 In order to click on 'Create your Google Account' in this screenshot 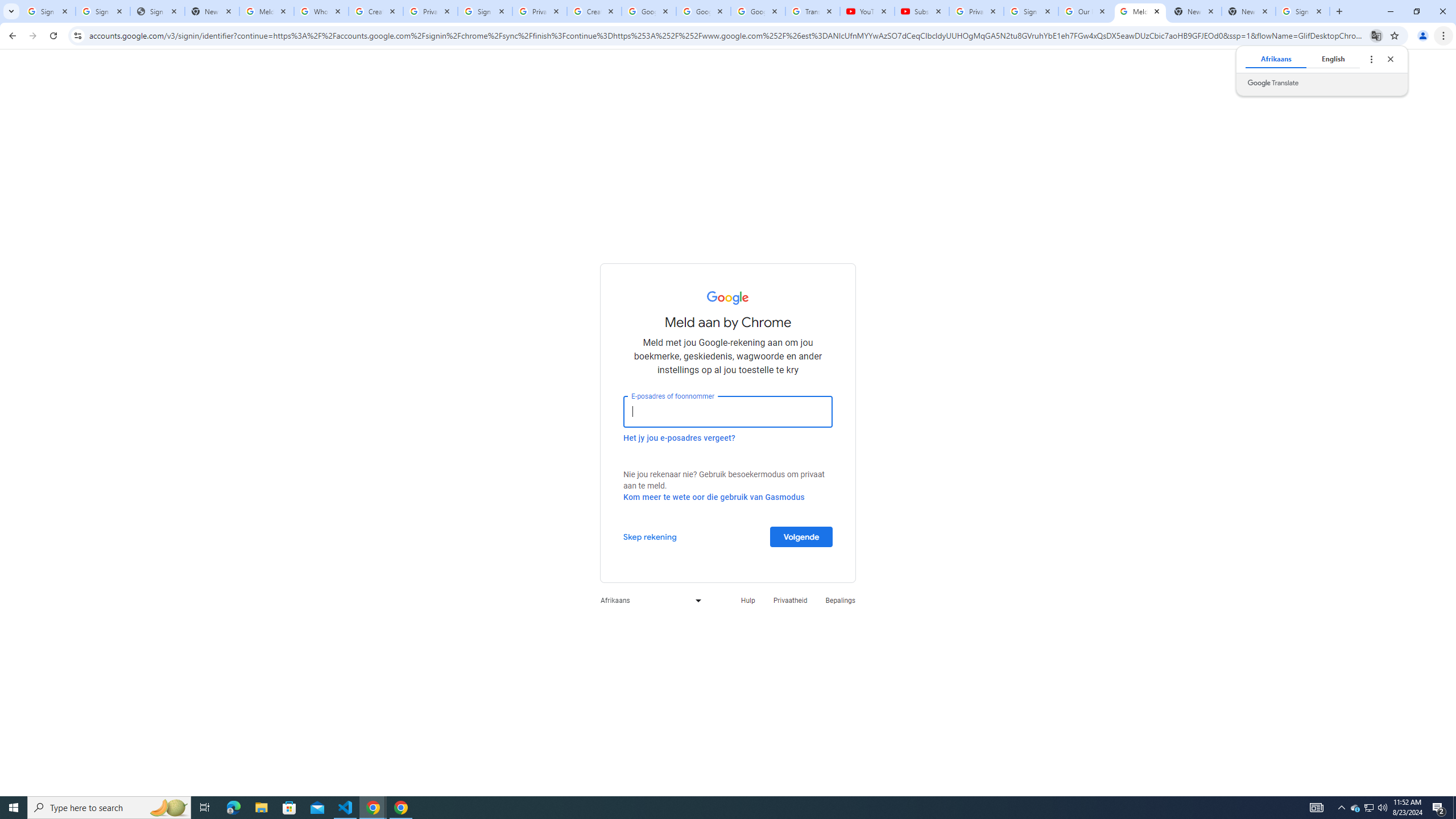, I will do `click(593, 11)`.